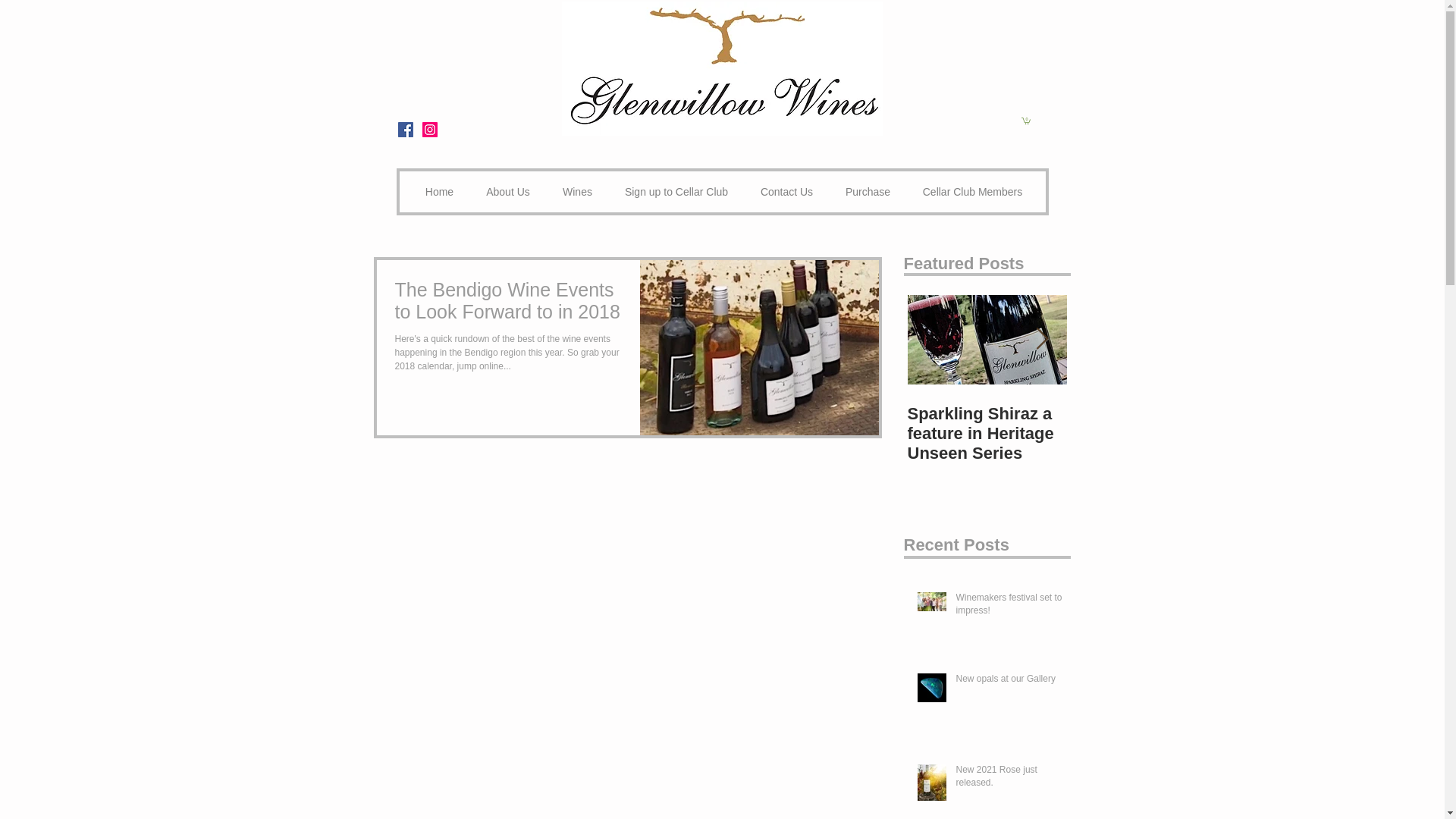 The height and width of the screenshot is (819, 1456). Describe the element at coordinates (1009, 607) in the screenshot. I see `'Winemakers festival set to impress!'` at that location.